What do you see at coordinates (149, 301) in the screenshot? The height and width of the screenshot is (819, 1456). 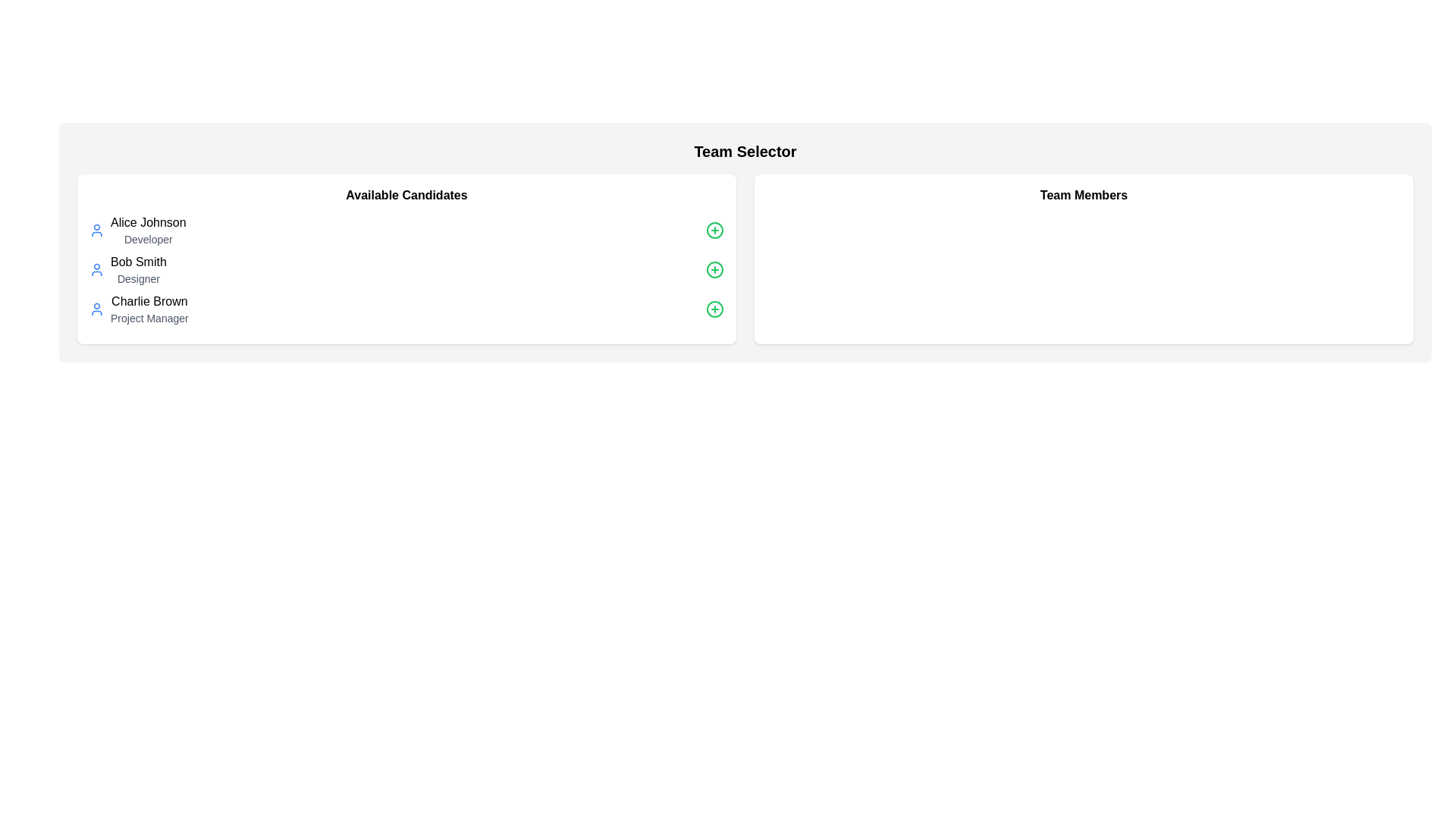 I see `the text label displaying 'Charlie Brown', which is the first line in a two-line layout in the 'Available Candidates' column, located below 'Bob Smith'` at bounding box center [149, 301].